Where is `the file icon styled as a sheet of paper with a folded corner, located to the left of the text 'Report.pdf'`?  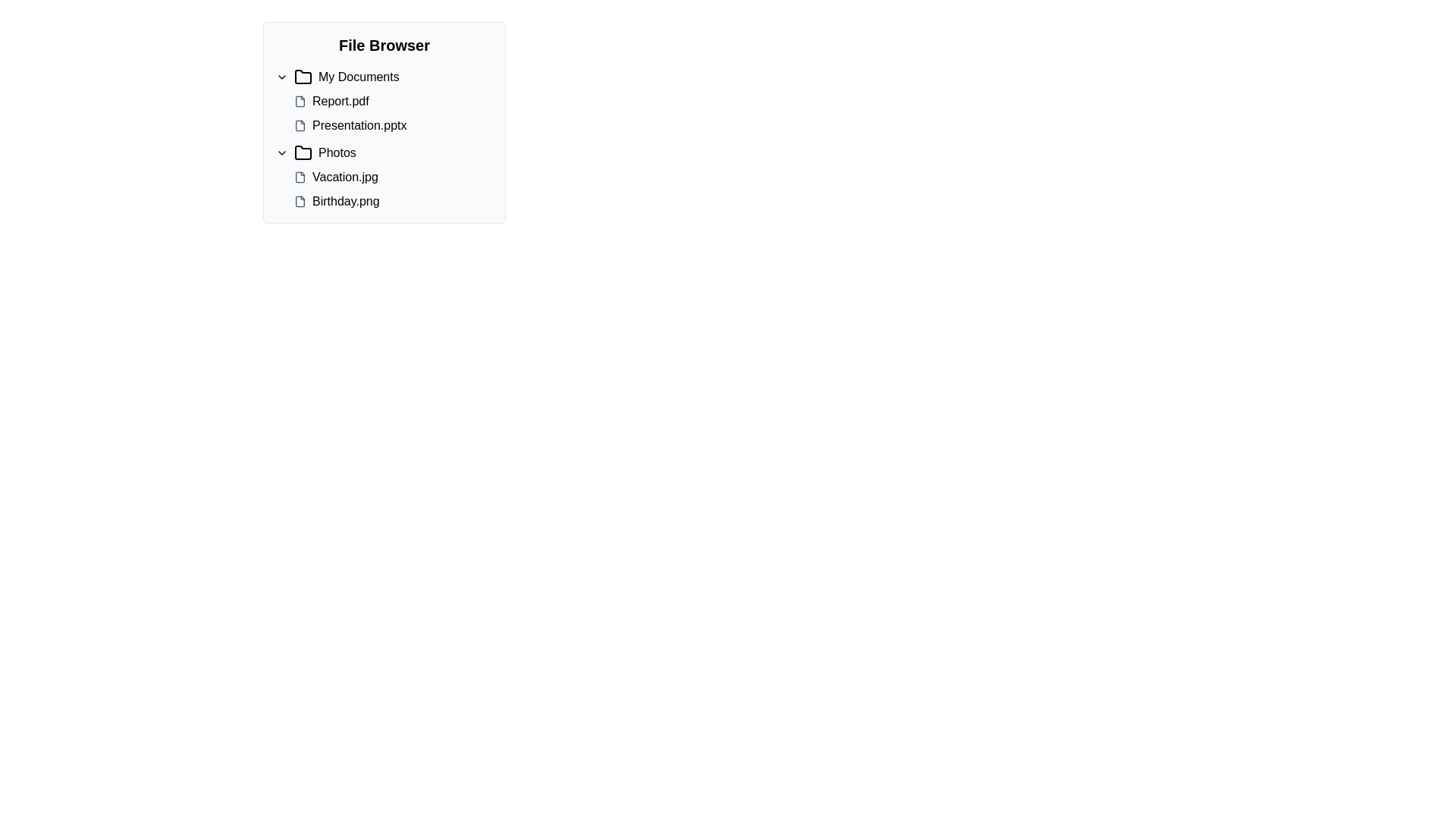
the file icon styled as a sheet of paper with a folded corner, located to the left of the text 'Report.pdf' is located at coordinates (300, 102).